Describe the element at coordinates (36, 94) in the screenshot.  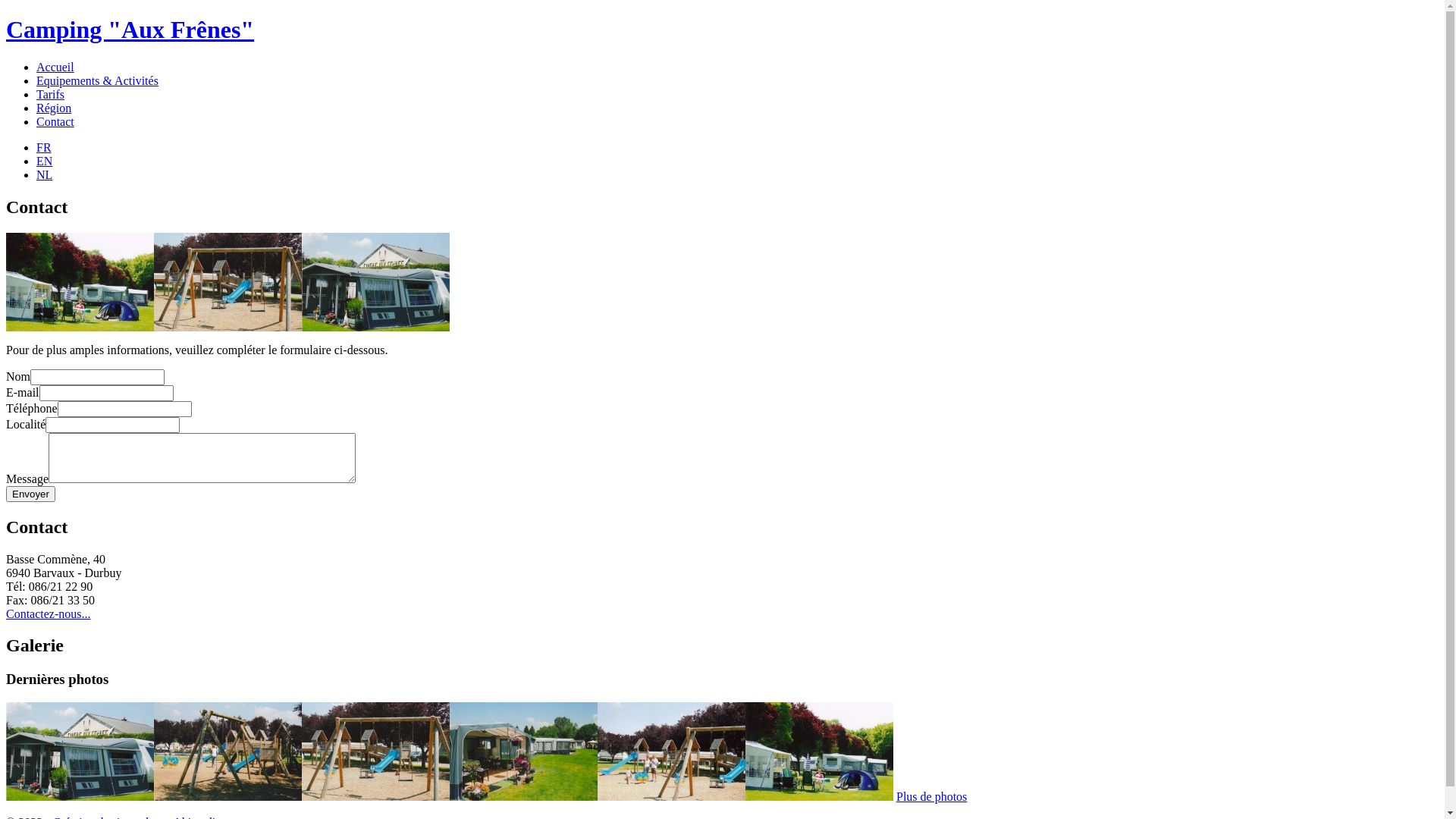
I see `'Tarifs'` at that location.